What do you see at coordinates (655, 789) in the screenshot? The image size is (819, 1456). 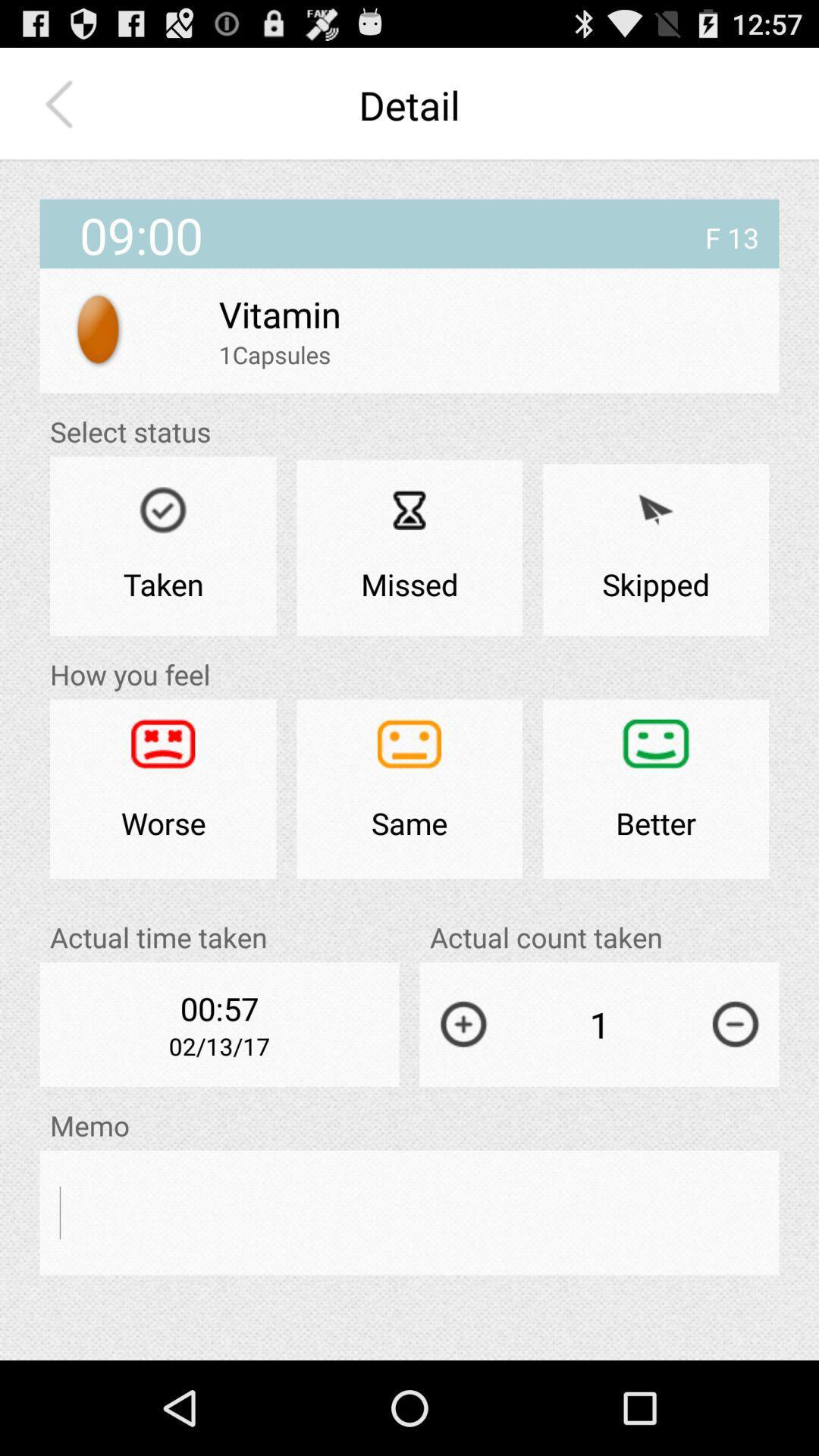 I see `better icon` at bounding box center [655, 789].